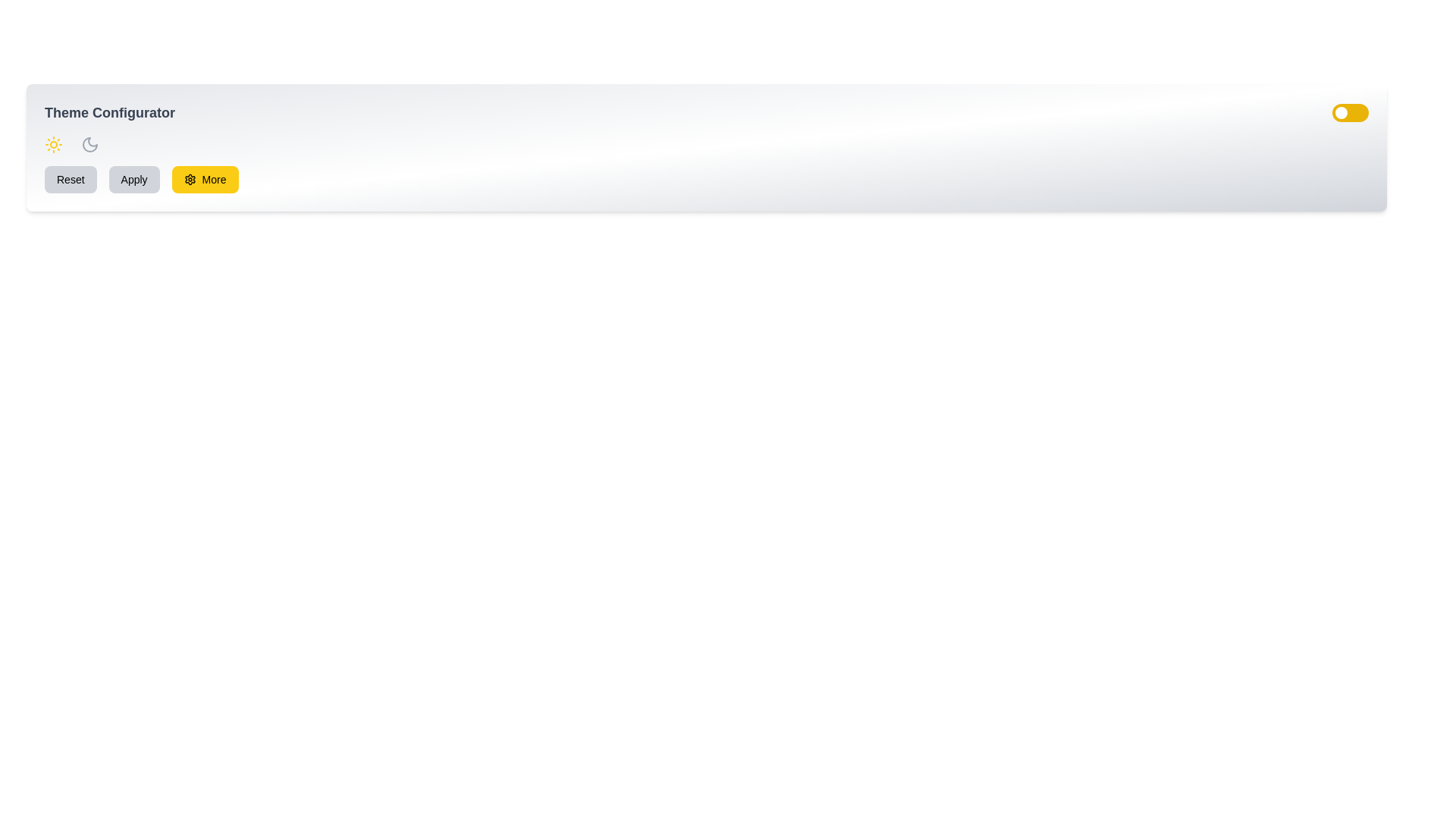 The image size is (1456, 819). What do you see at coordinates (1345, 112) in the screenshot?
I see `the toggle switch` at bounding box center [1345, 112].